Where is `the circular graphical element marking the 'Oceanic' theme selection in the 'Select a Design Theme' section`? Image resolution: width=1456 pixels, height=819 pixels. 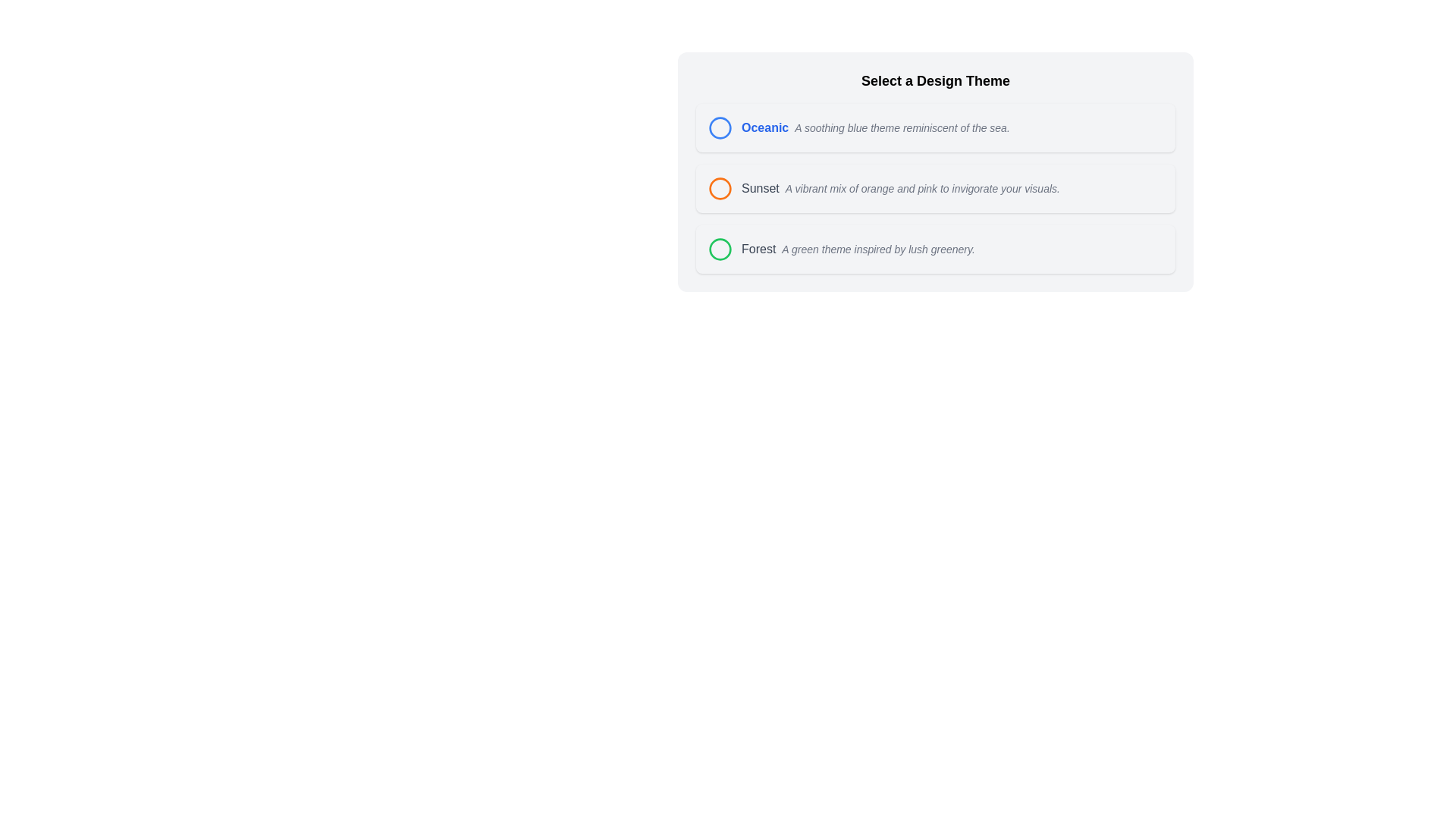 the circular graphical element marking the 'Oceanic' theme selection in the 'Select a Design Theme' section is located at coordinates (720, 127).